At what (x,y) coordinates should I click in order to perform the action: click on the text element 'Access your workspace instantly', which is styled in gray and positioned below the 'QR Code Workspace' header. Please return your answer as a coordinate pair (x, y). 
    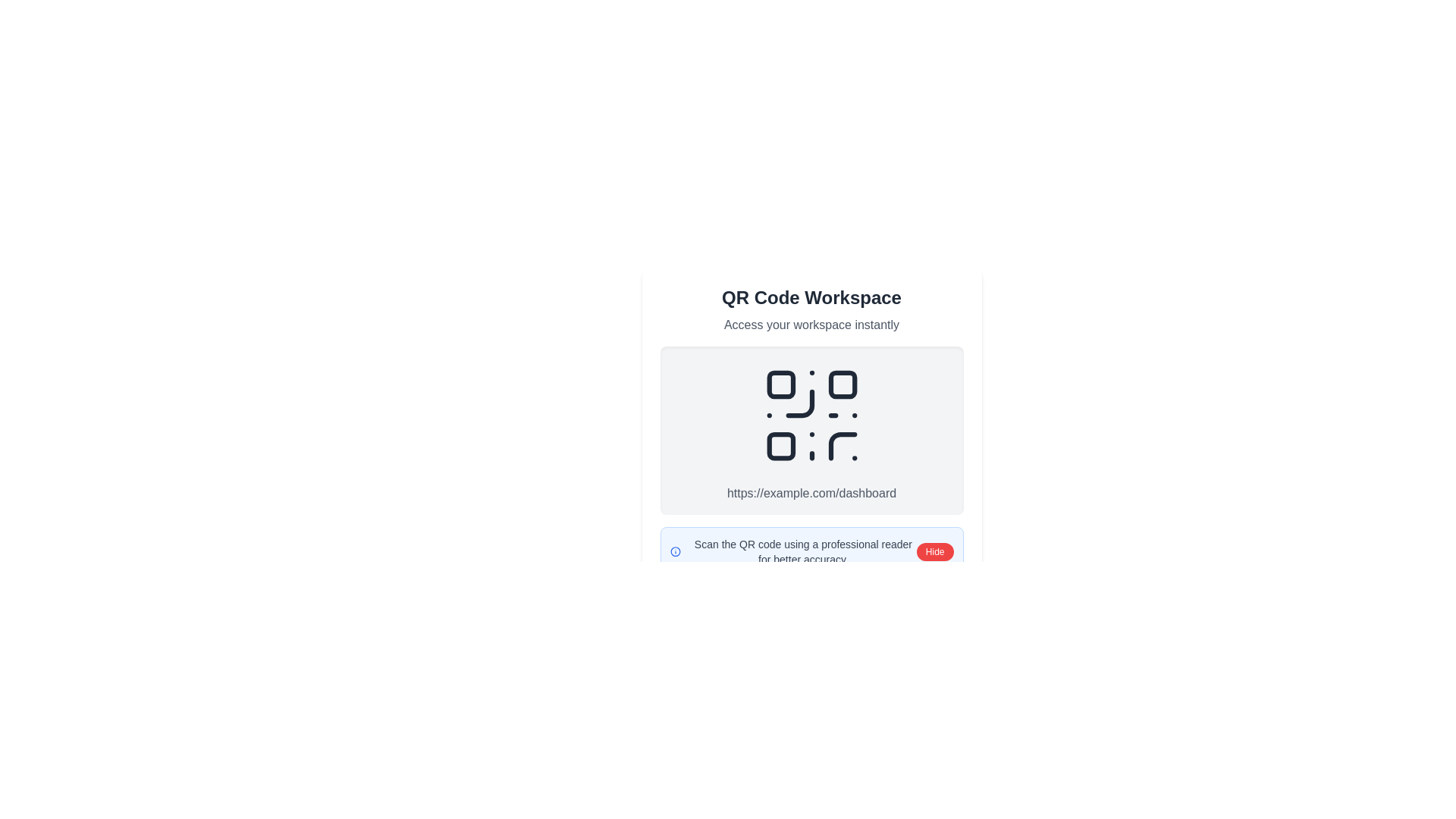
    Looking at the image, I should click on (811, 324).